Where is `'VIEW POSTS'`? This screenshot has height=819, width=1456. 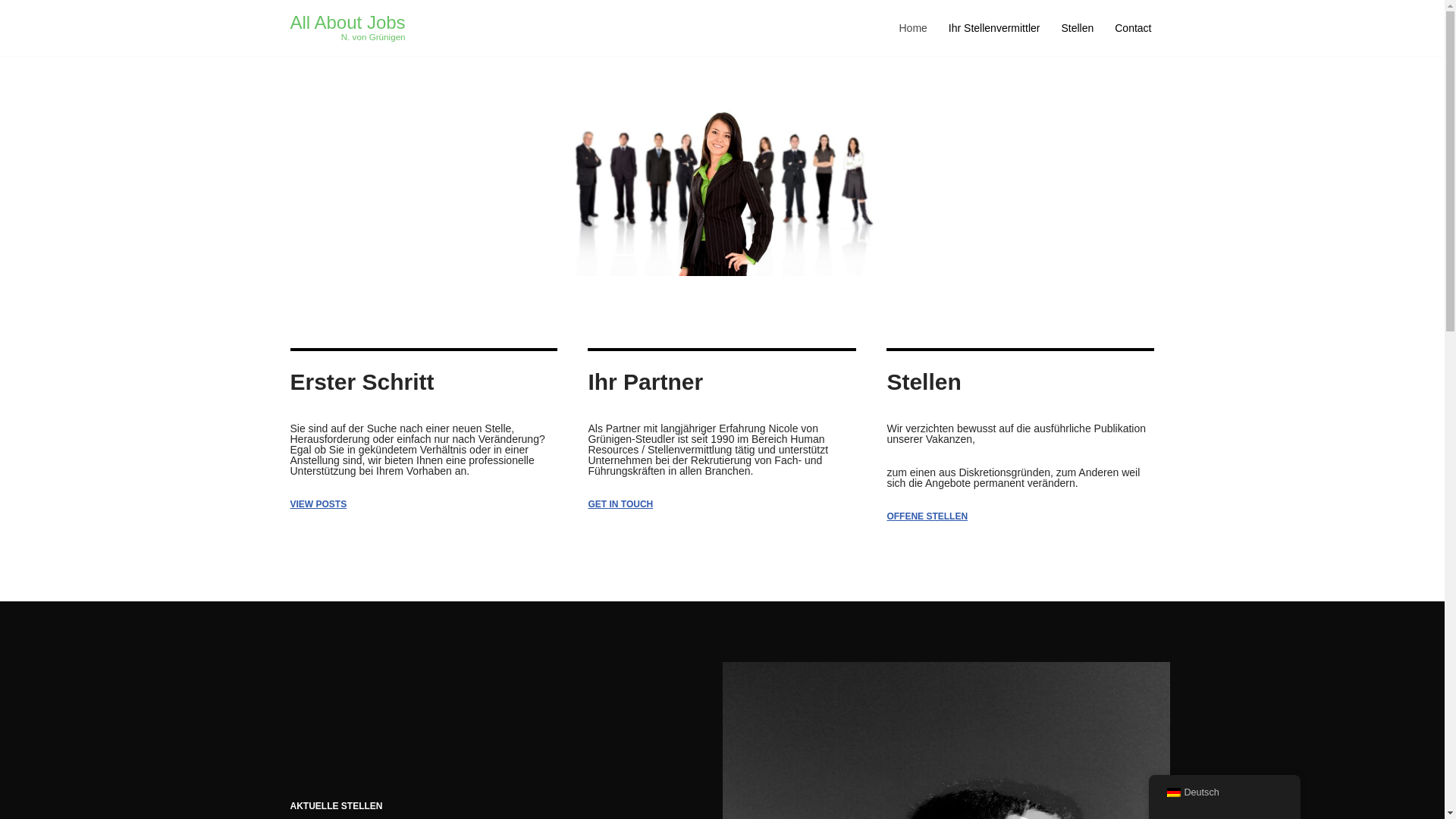 'VIEW POSTS' is located at coordinates (317, 504).